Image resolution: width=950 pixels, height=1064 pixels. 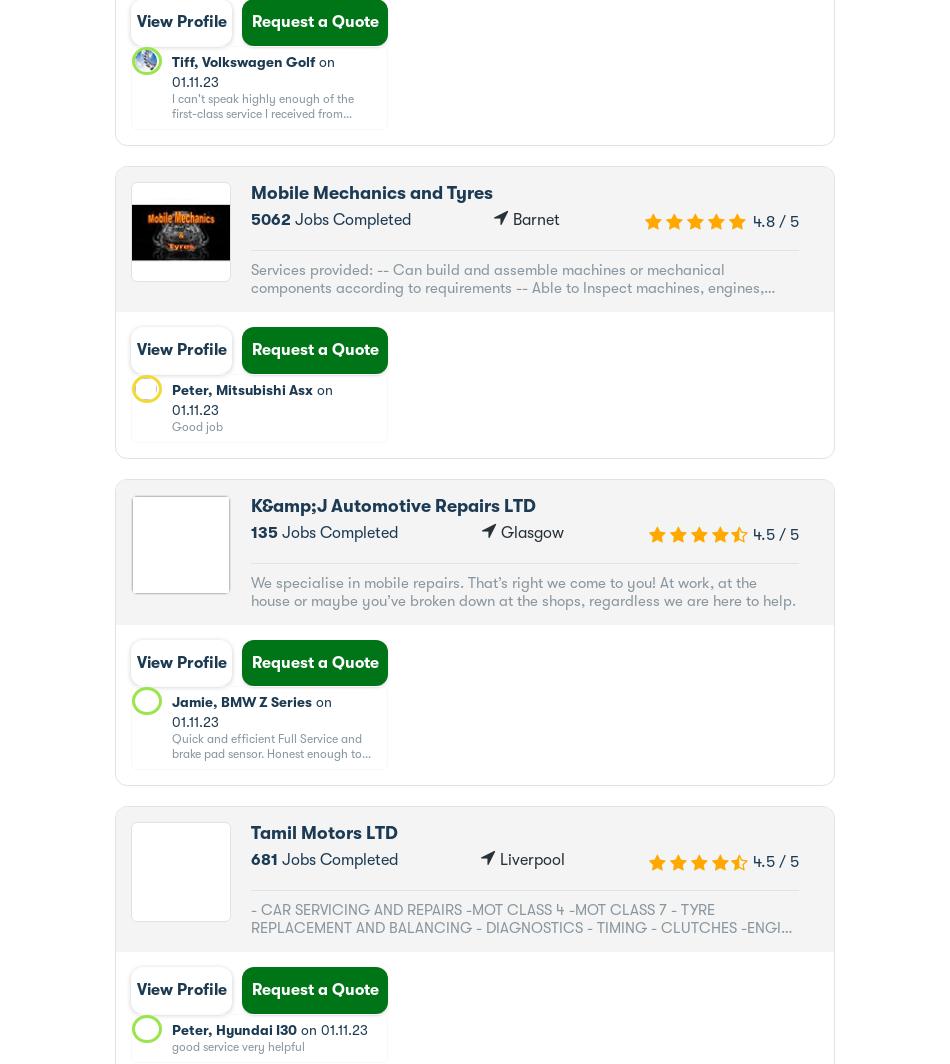 What do you see at coordinates (531, 532) in the screenshot?
I see `'Glasgow'` at bounding box center [531, 532].